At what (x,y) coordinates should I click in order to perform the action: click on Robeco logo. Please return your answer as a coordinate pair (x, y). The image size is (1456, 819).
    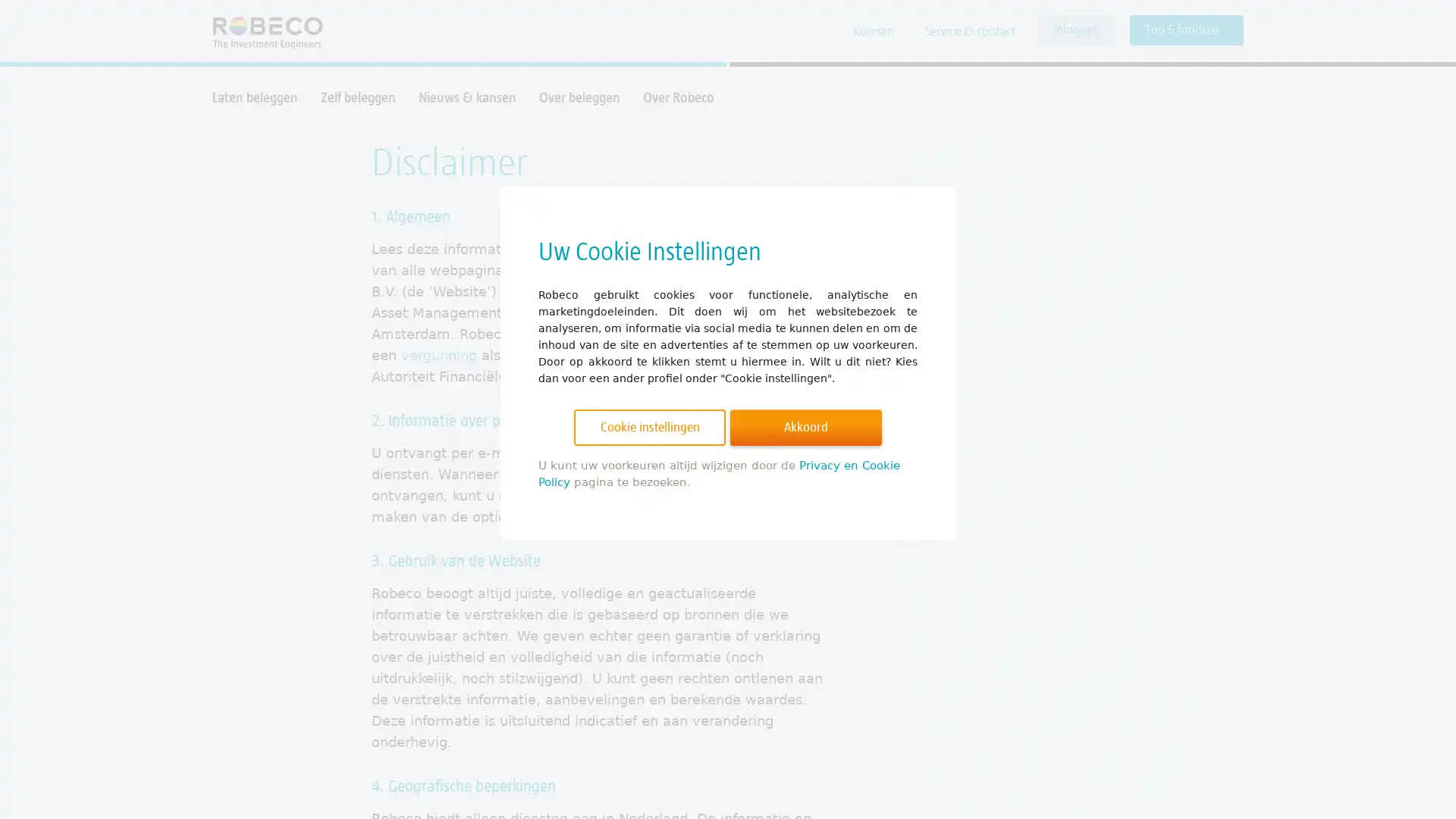
    Looking at the image, I should click on (260, 31).